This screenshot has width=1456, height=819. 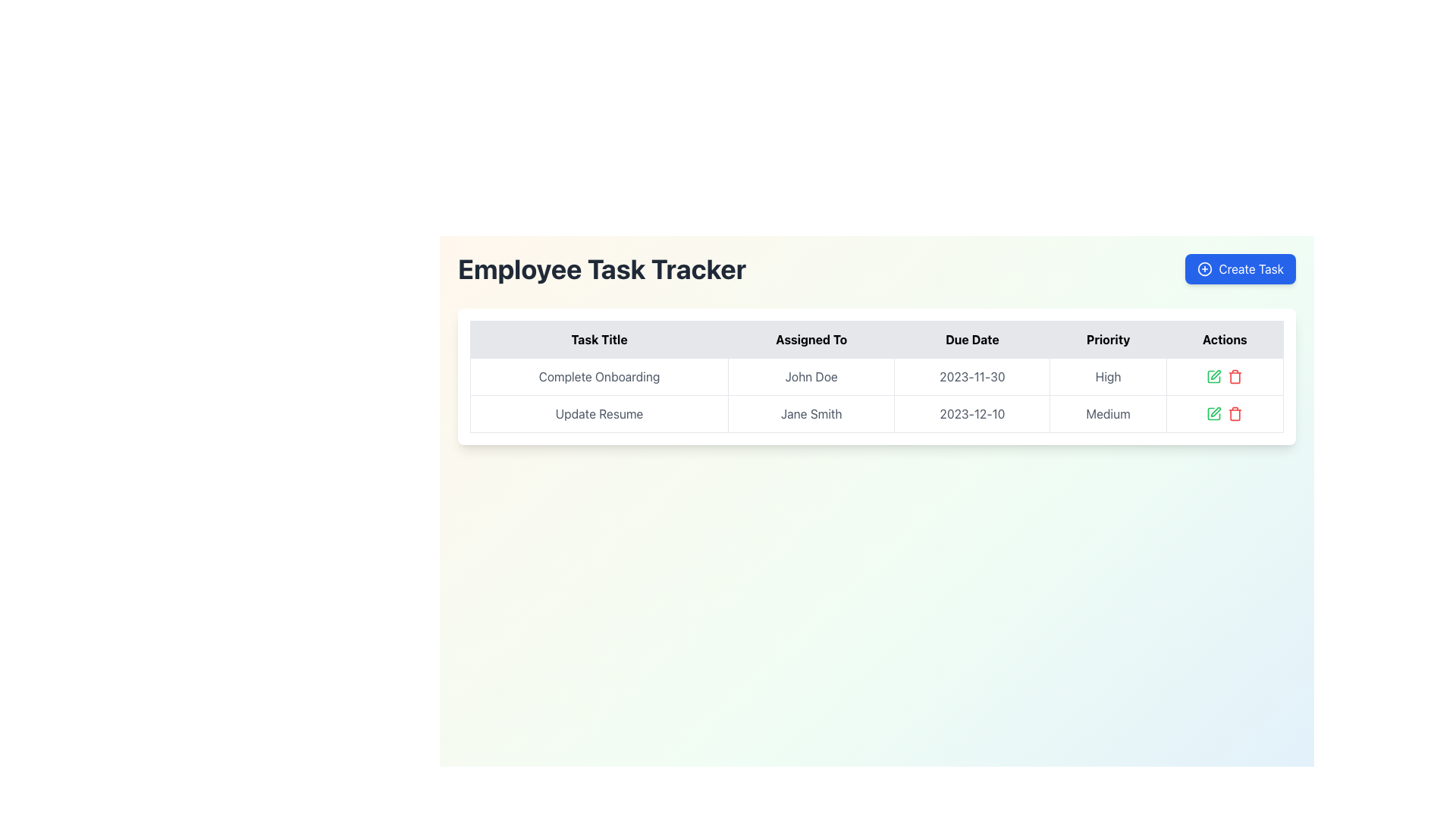 I want to click on the 'Due Date' text label in the first row of the task table for 'Complete Onboarding' assigned to 'John Doe', so click(x=972, y=376).